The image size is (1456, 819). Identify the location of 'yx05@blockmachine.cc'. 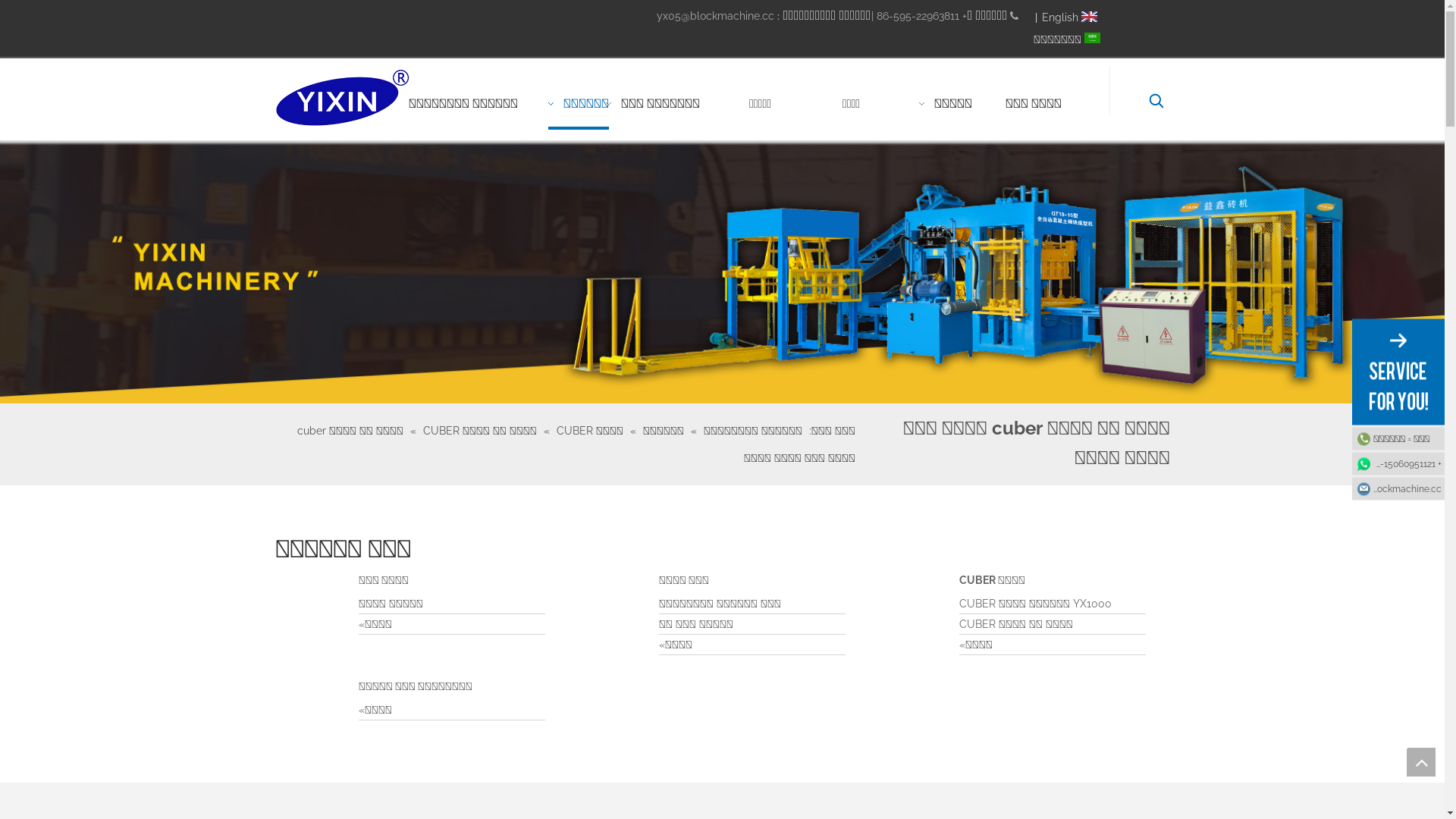
(1397, 488).